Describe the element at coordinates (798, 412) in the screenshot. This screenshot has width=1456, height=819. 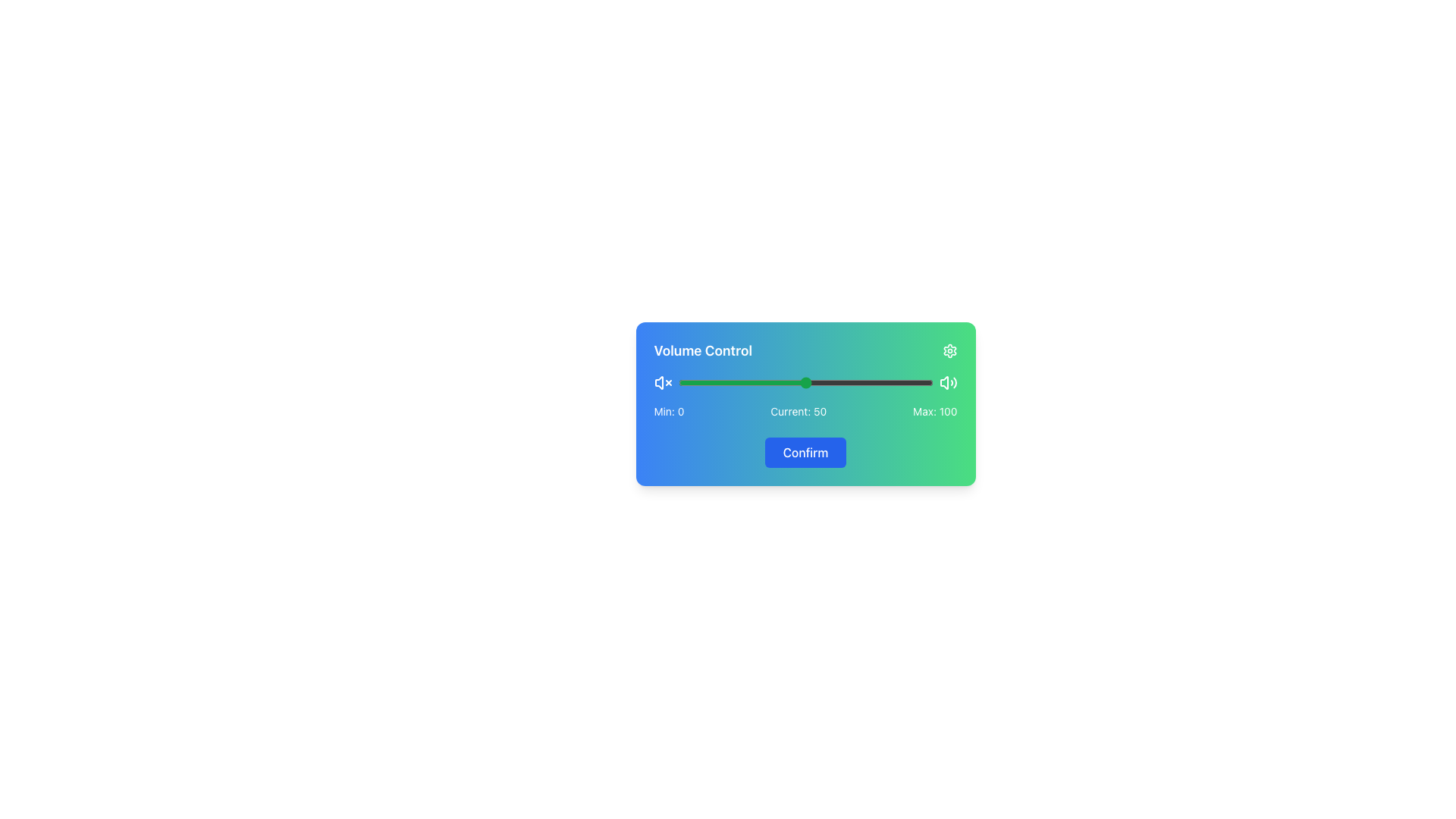
I see `the Text Display that shows the current volume level of 50, located between 'Min: 0' and 'Max: 100' indicators` at that location.